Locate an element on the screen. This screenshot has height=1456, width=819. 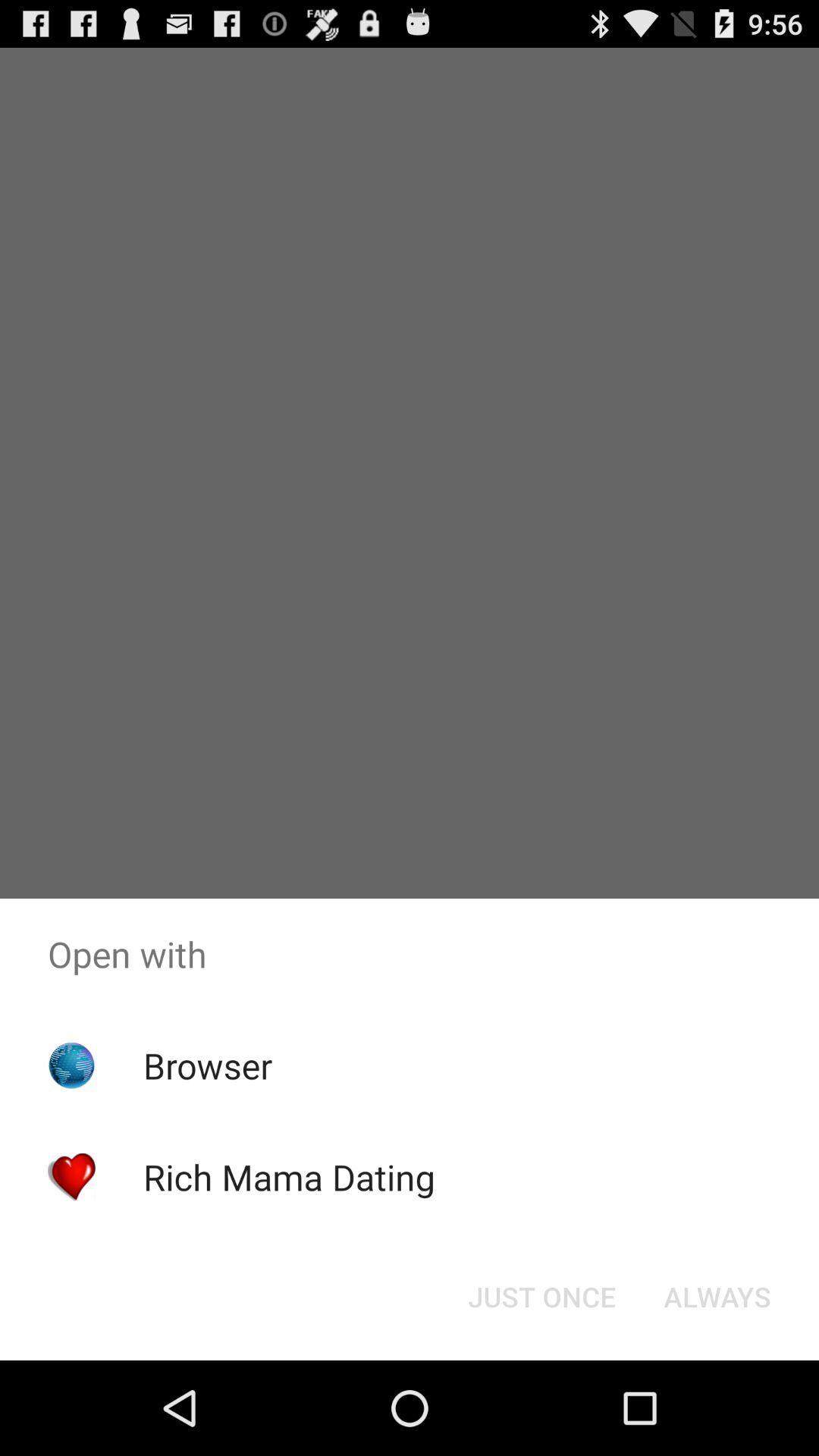
rich mama dating icon is located at coordinates (289, 1176).